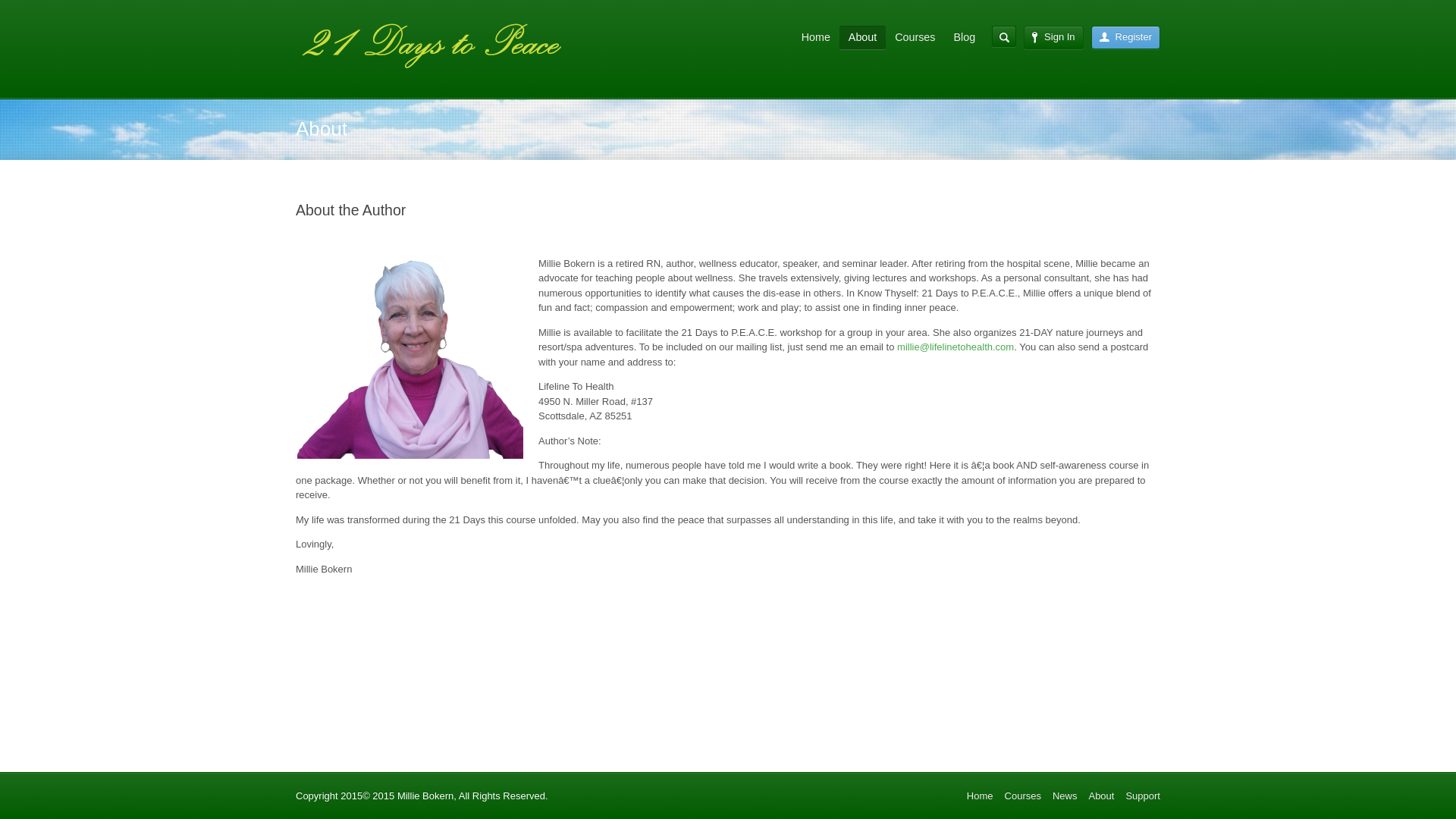 The width and height of the screenshot is (1456, 819). Describe the element at coordinates (1101, 795) in the screenshot. I see `'About'` at that location.